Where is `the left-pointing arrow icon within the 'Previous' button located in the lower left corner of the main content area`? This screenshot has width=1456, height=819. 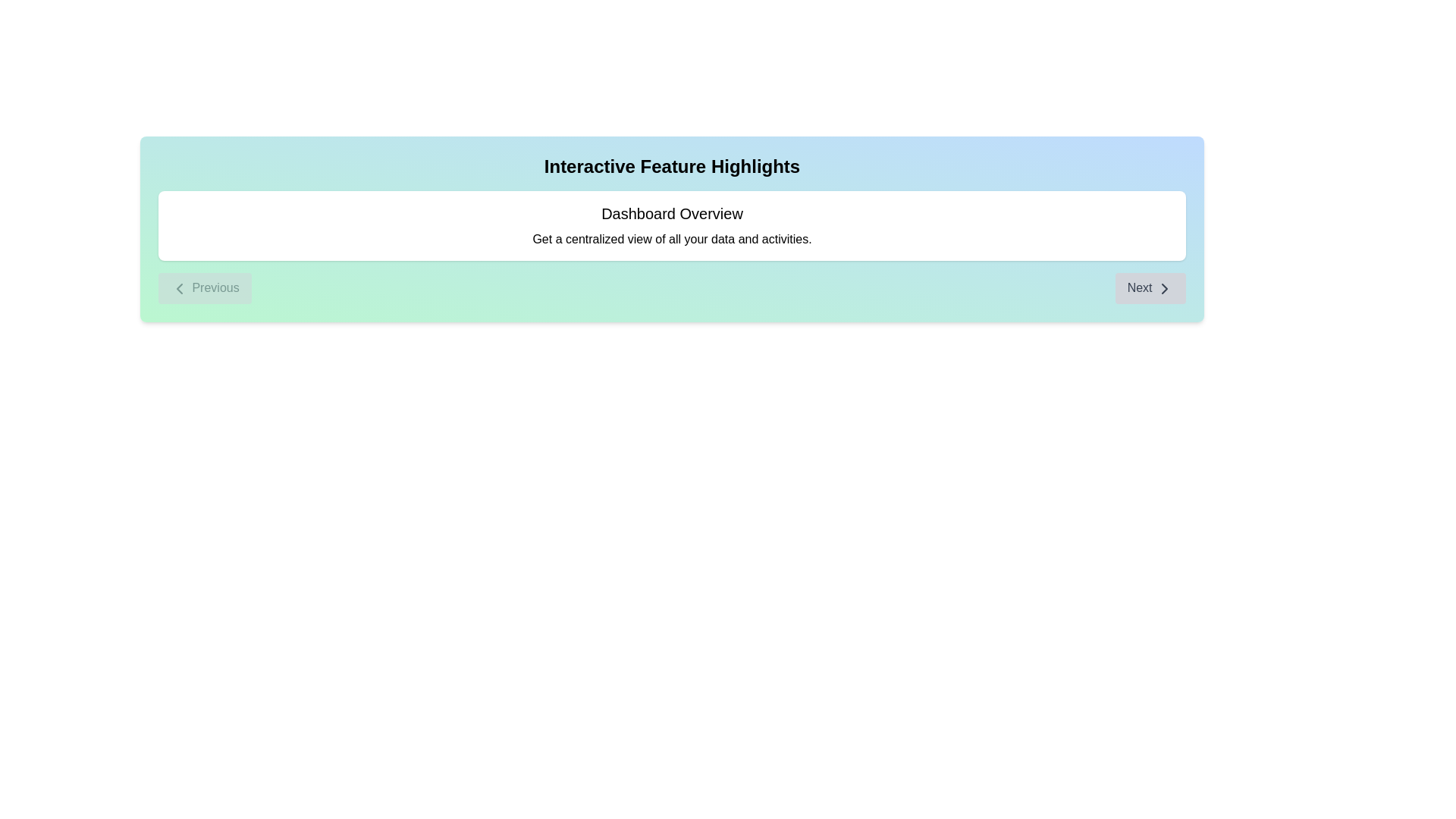 the left-pointing arrow icon within the 'Previous' button located in the lower left corner of the main content area is located at coordinates (179, 288).